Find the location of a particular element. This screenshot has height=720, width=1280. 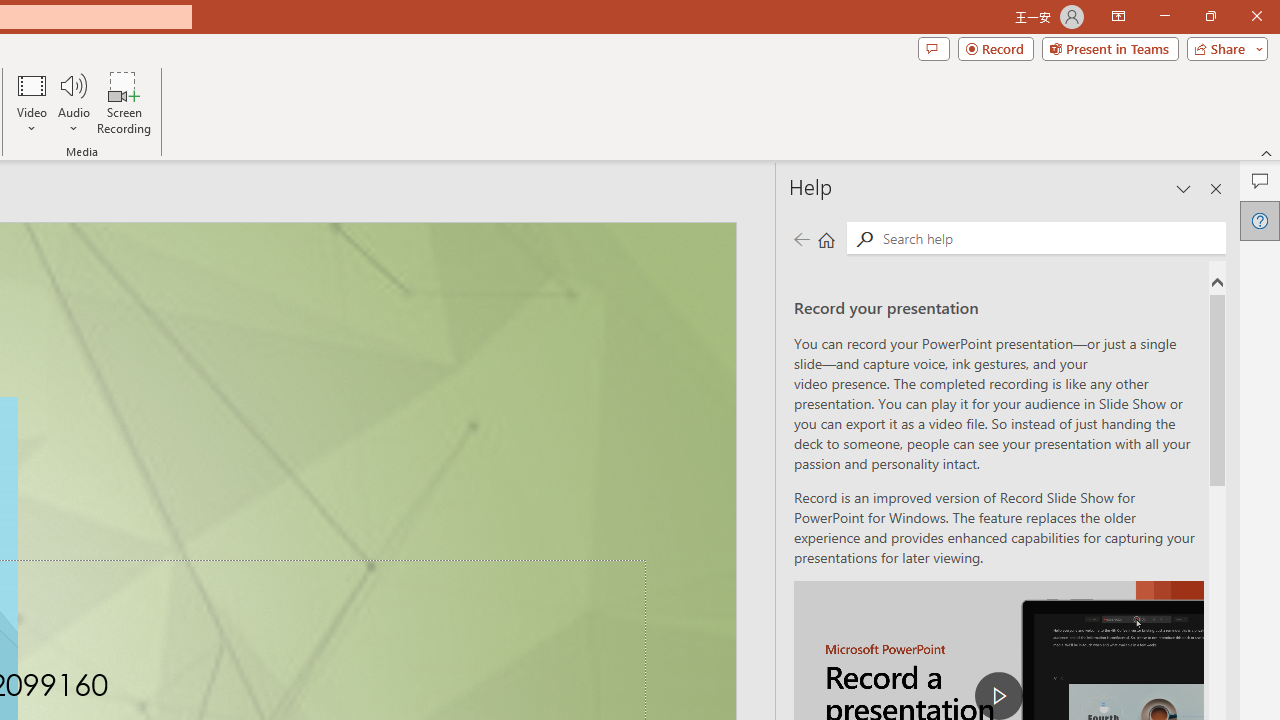

'play Record a Presentation' is located at coordinates (999, 694).